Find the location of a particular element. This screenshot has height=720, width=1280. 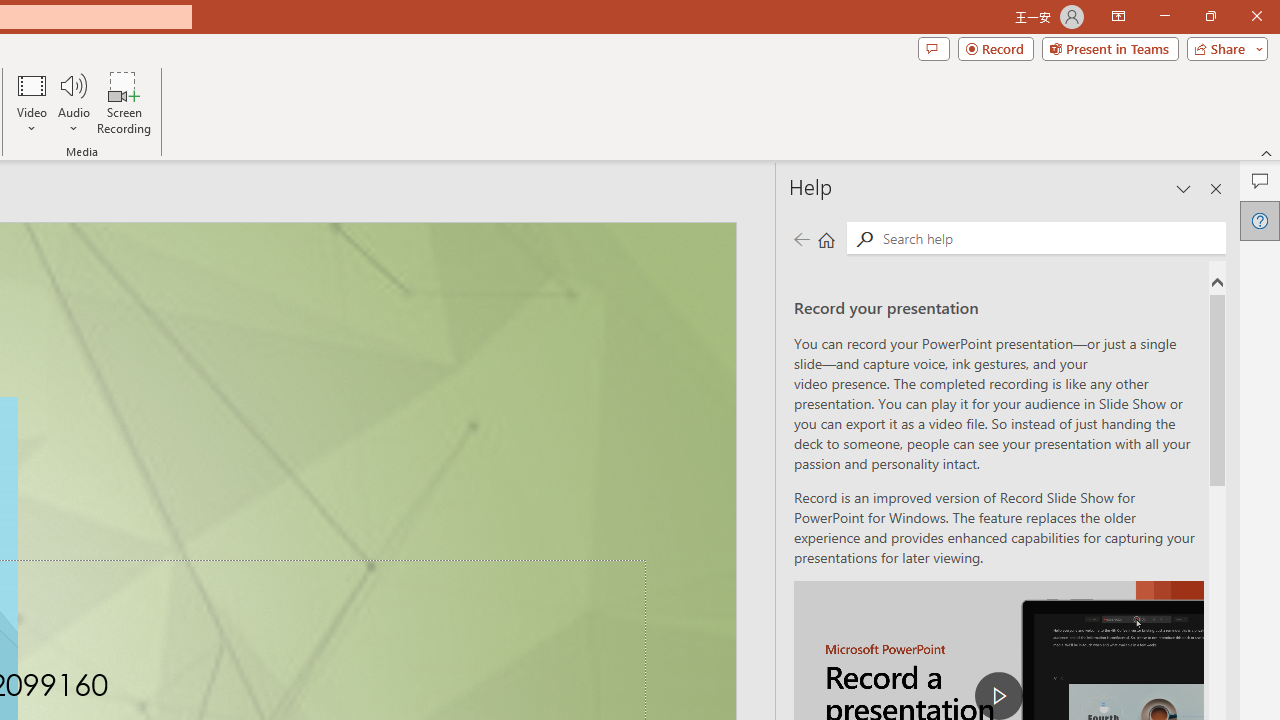

'play Record a Presentation' is located at coordinates (999, 694).